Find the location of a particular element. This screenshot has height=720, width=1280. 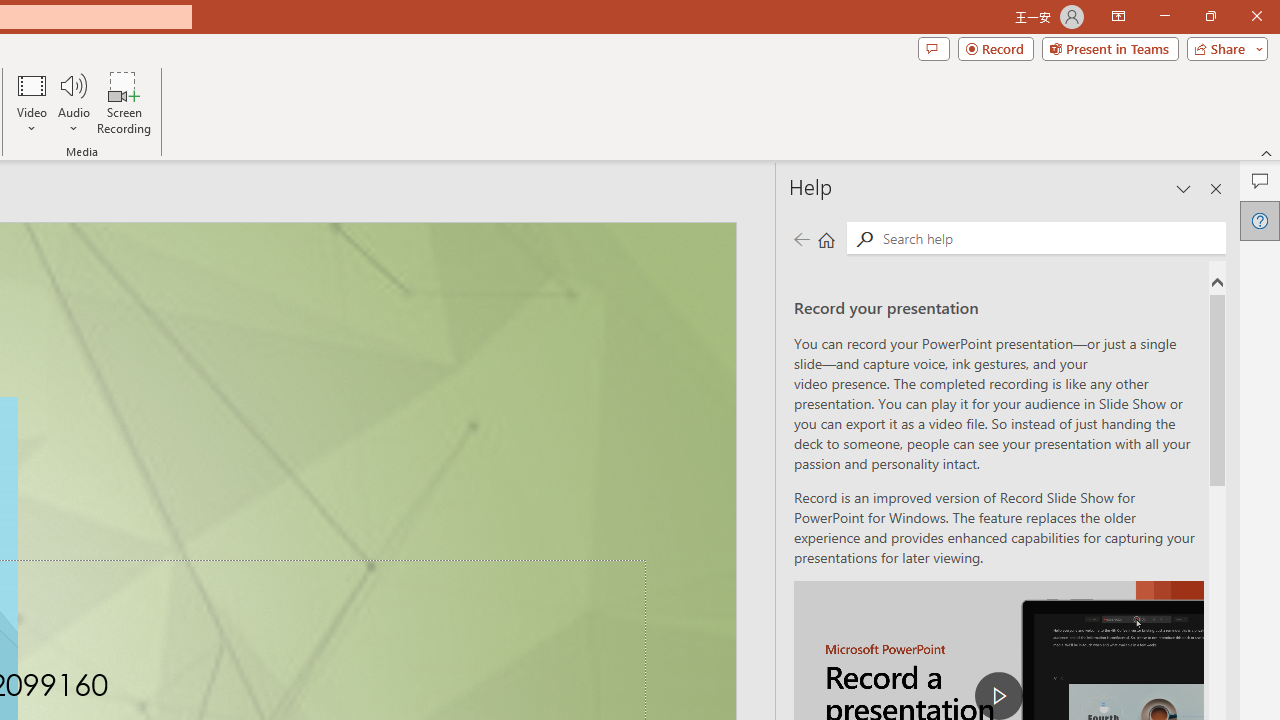

'play Record a Presentation' is located at coordinates (999, 694).